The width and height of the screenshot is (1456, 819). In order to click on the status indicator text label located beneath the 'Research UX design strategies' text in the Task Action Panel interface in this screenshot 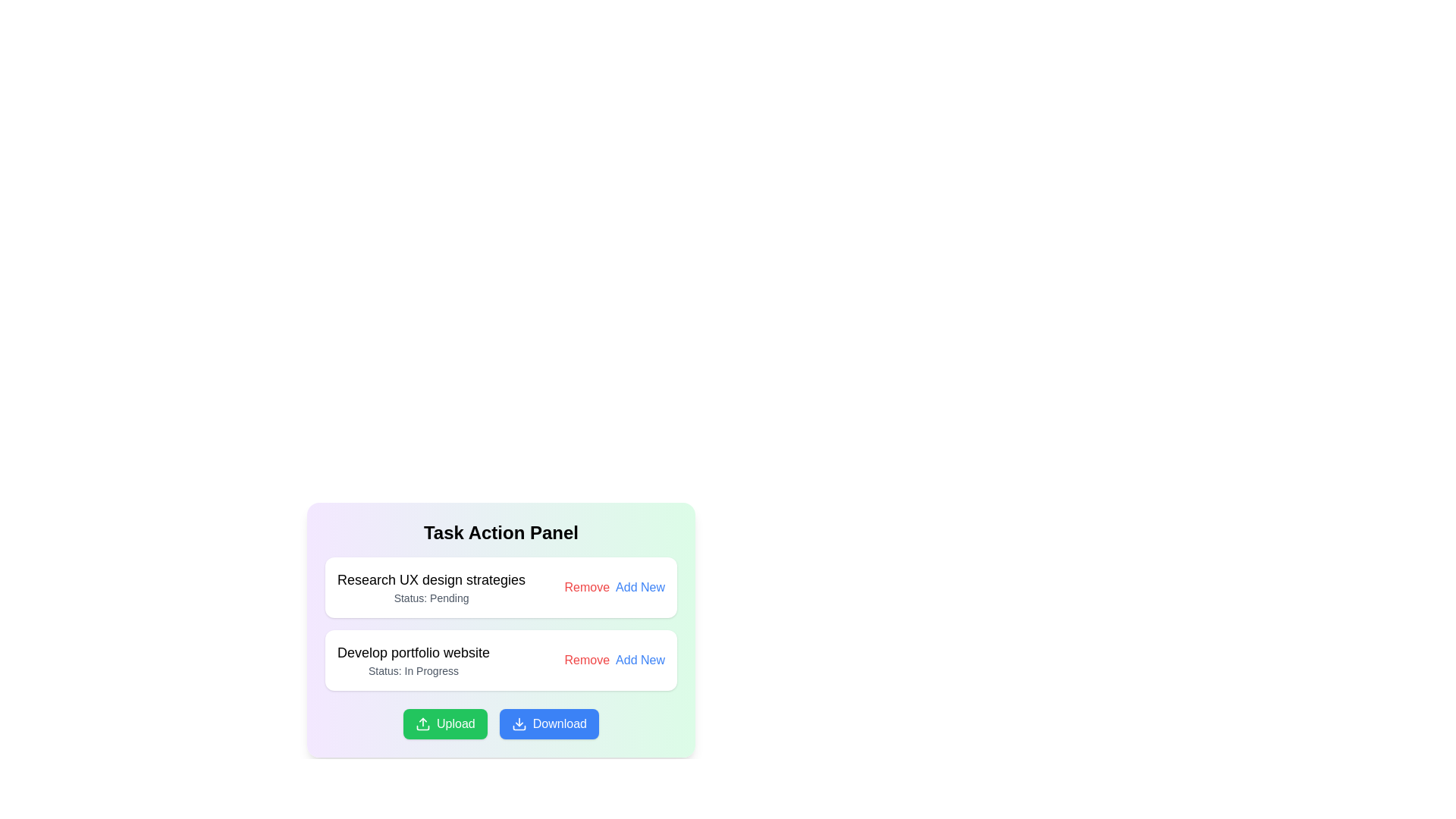, I will do `click(431, 598)`.